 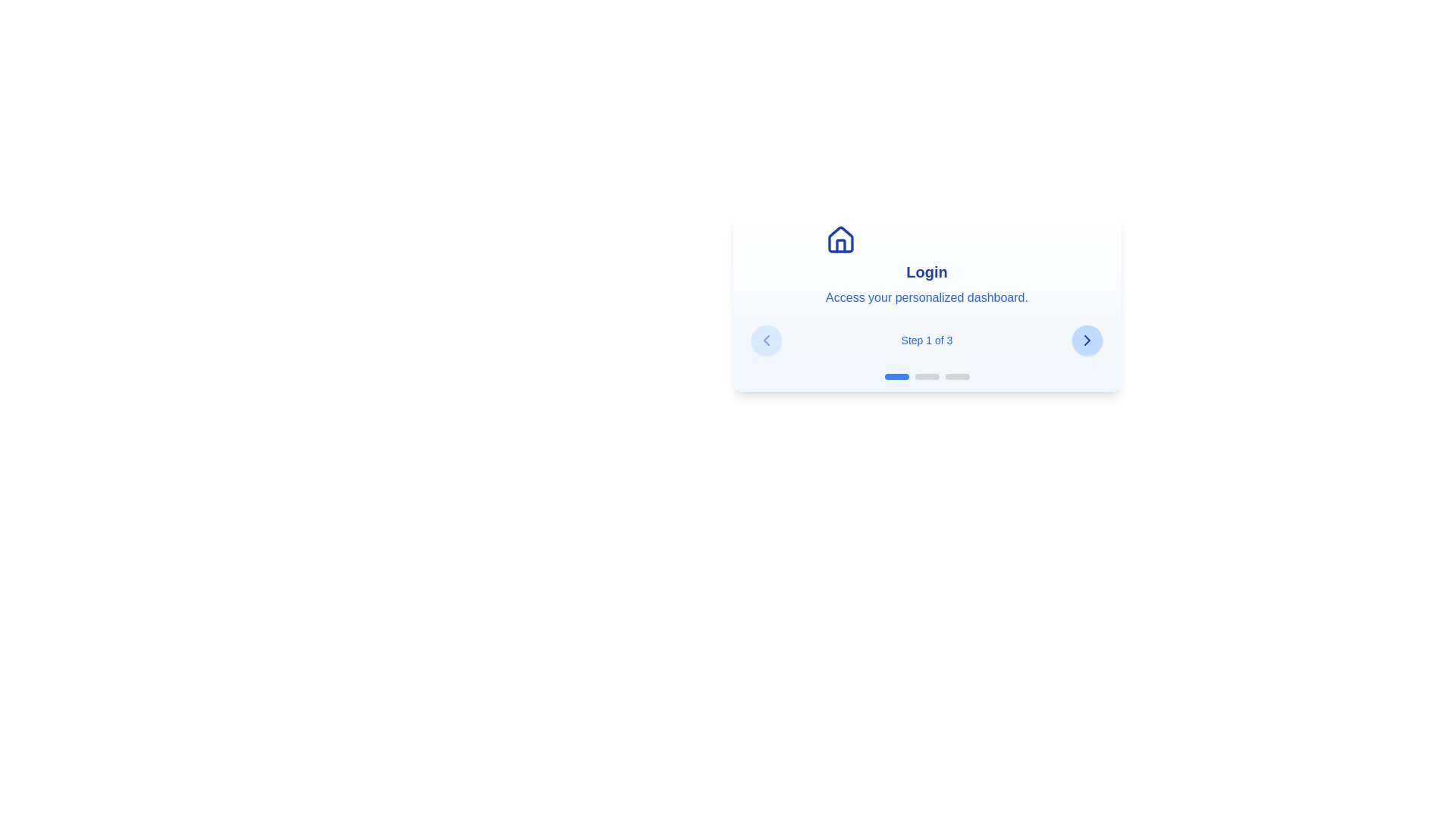 What do you see at coordinates (1087, 339) in the screenshot?
I see `the right arrow button to navigate to the next step` at bounding box center [1087, 339].